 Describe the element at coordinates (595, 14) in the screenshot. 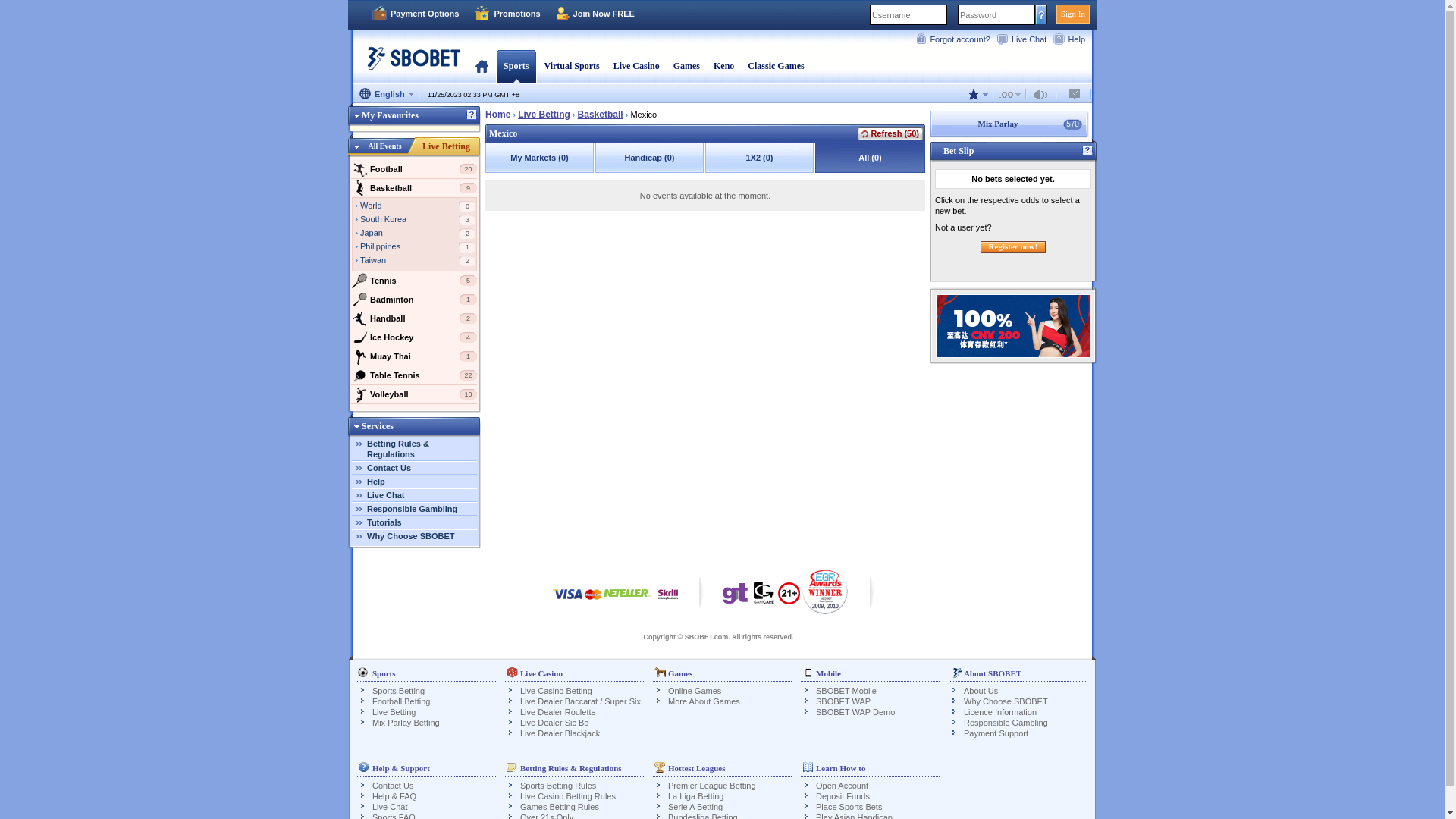

I see `'Join Now FREE'` at that location.